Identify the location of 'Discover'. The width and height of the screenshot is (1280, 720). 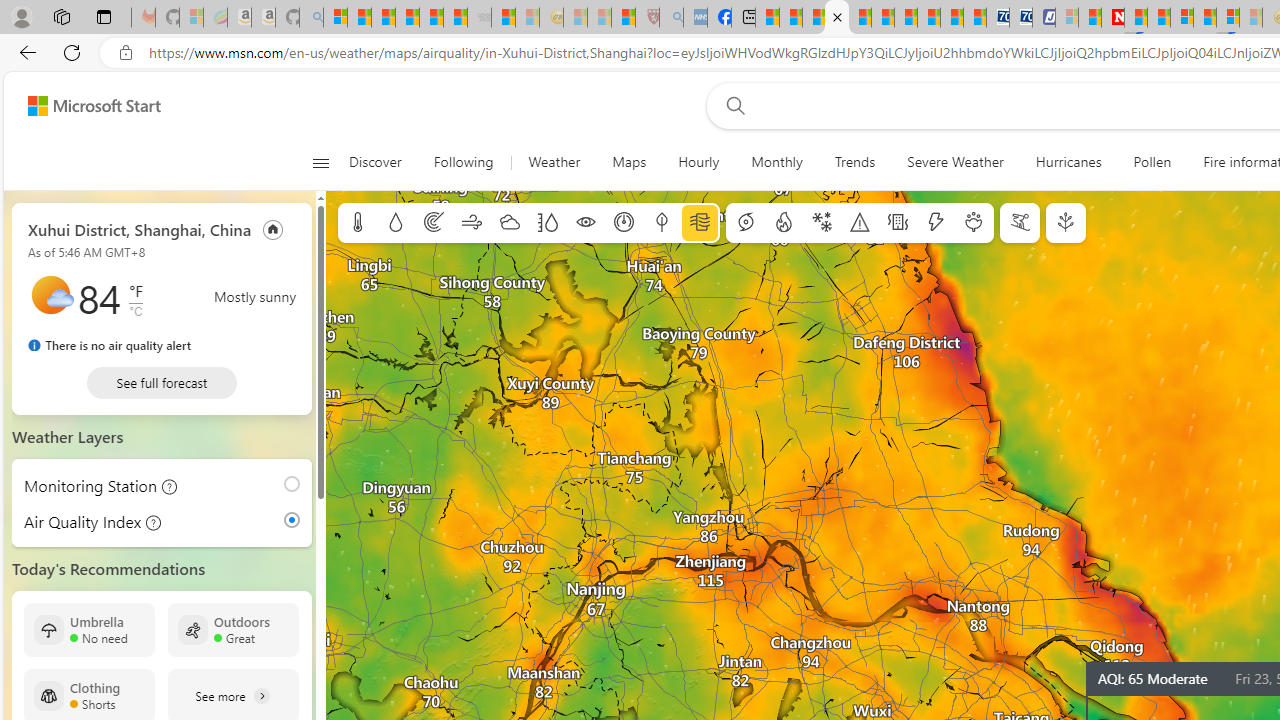
(384, 162).